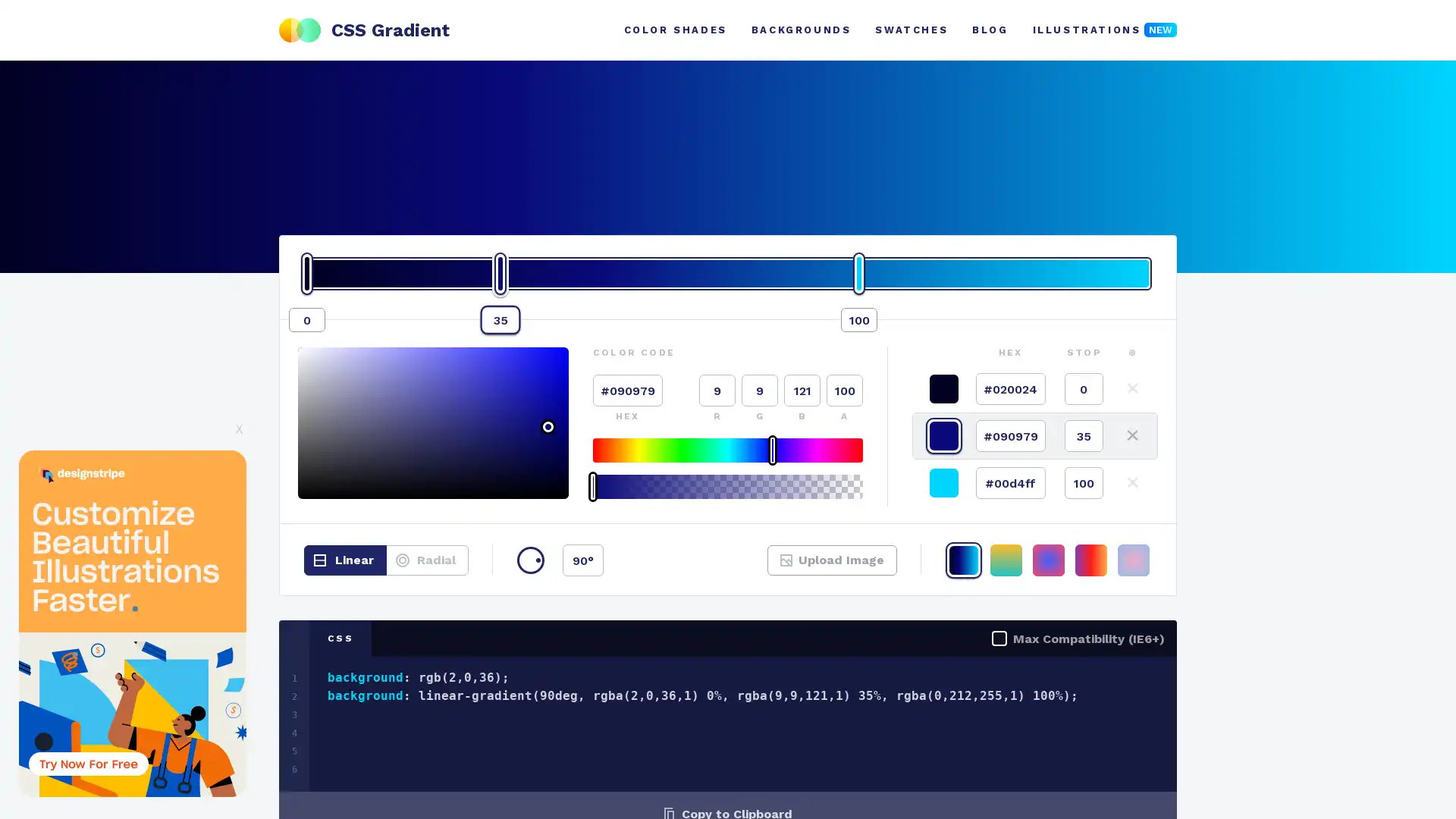 Image resolution: width=1456 pixels, height=819 pixels. What do you see at coordinates (426, 560) in the screenshot?
I see `Radial` at bounding box center [426, 560].